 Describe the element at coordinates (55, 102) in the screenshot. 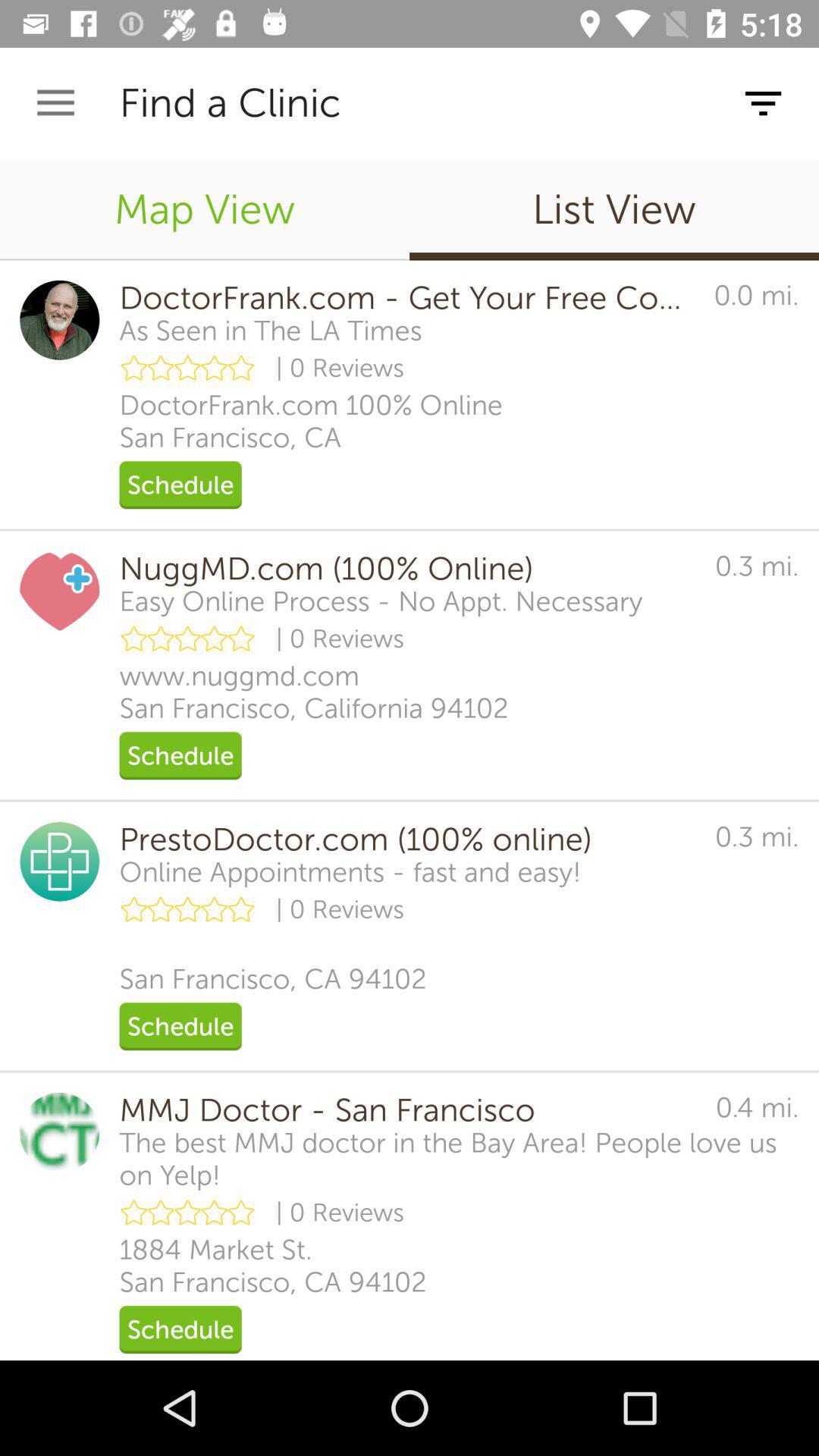

I see `the app to the left of find a clinic item` at that location.